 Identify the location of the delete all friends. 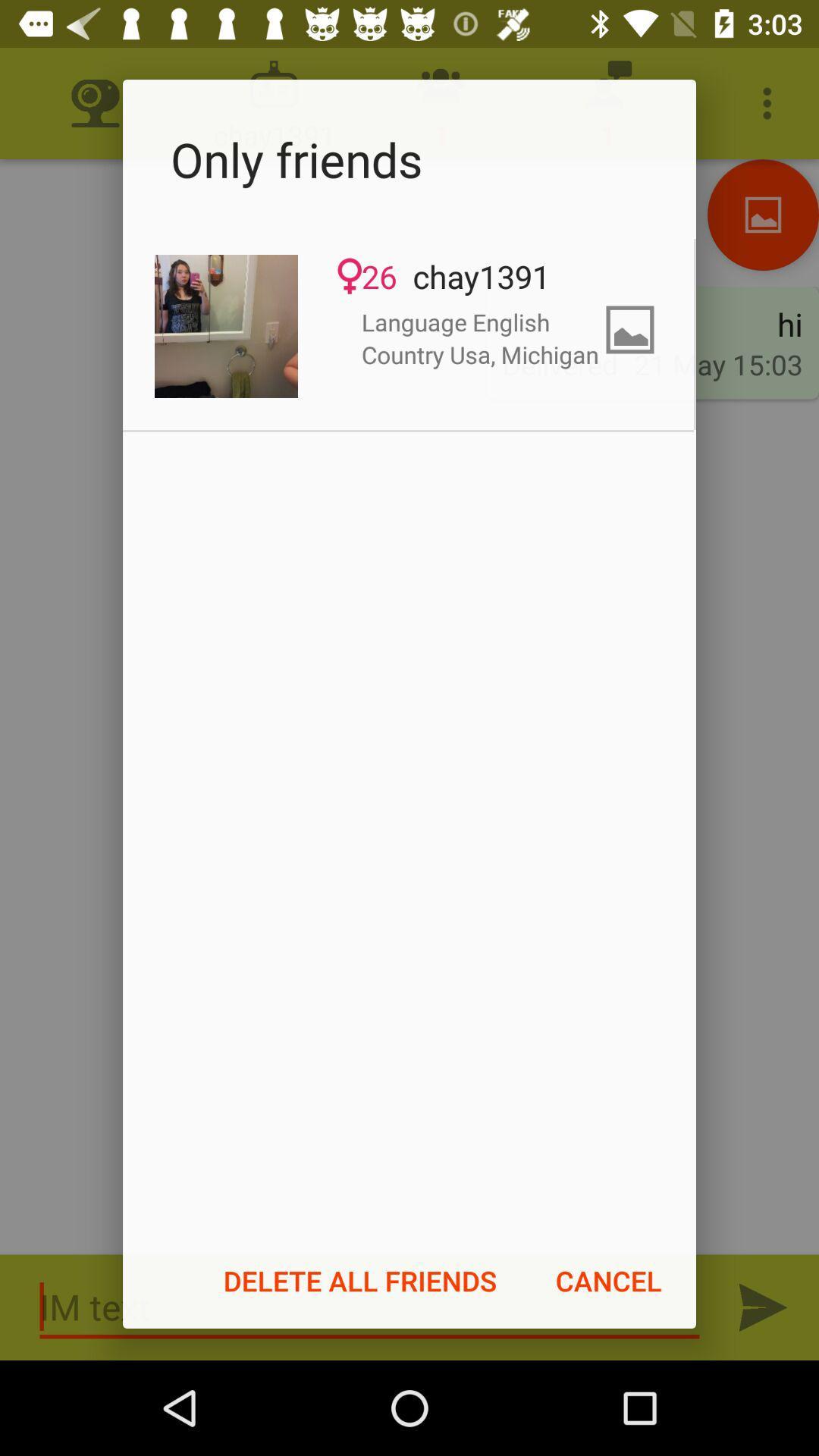
(360, 1280).